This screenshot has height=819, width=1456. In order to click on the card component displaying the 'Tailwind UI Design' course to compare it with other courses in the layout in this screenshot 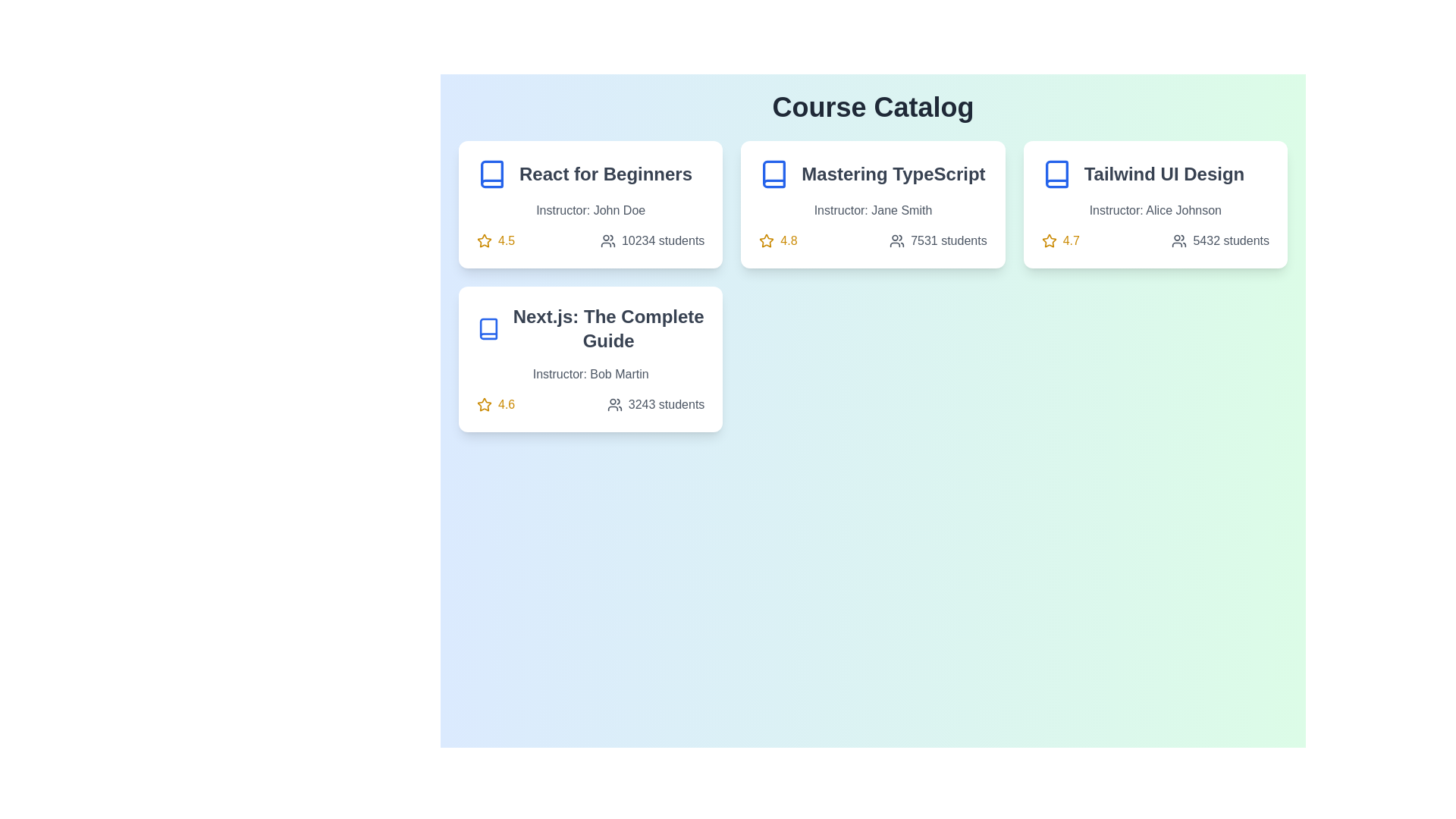, I will do `click(1154, 205)`.